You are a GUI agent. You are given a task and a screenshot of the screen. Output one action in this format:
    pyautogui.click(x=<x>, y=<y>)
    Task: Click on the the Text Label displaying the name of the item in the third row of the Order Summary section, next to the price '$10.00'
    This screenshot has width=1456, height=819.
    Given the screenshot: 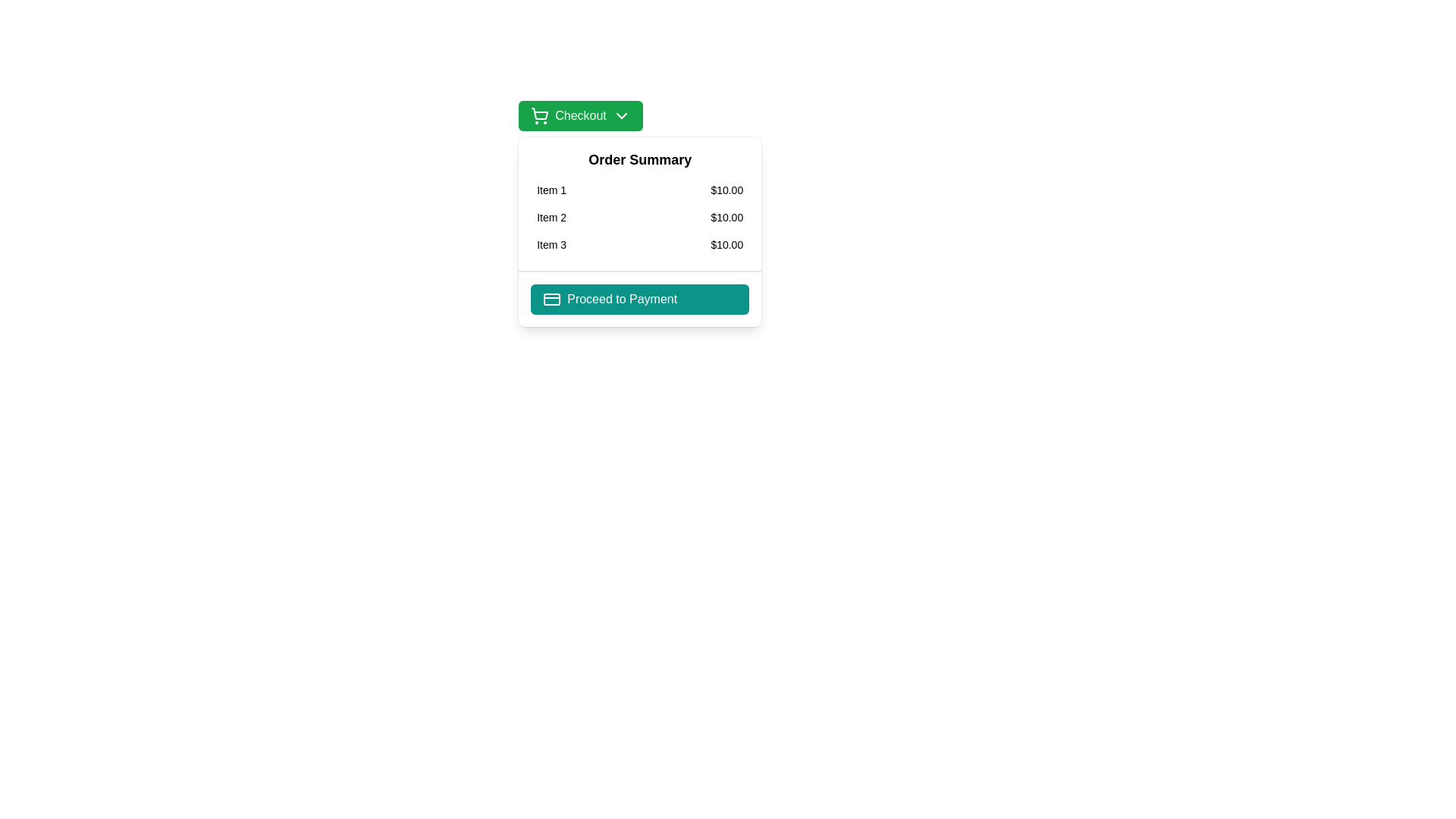 What is the action you would take?
    pyautogui.click(x=551, y=244)
    